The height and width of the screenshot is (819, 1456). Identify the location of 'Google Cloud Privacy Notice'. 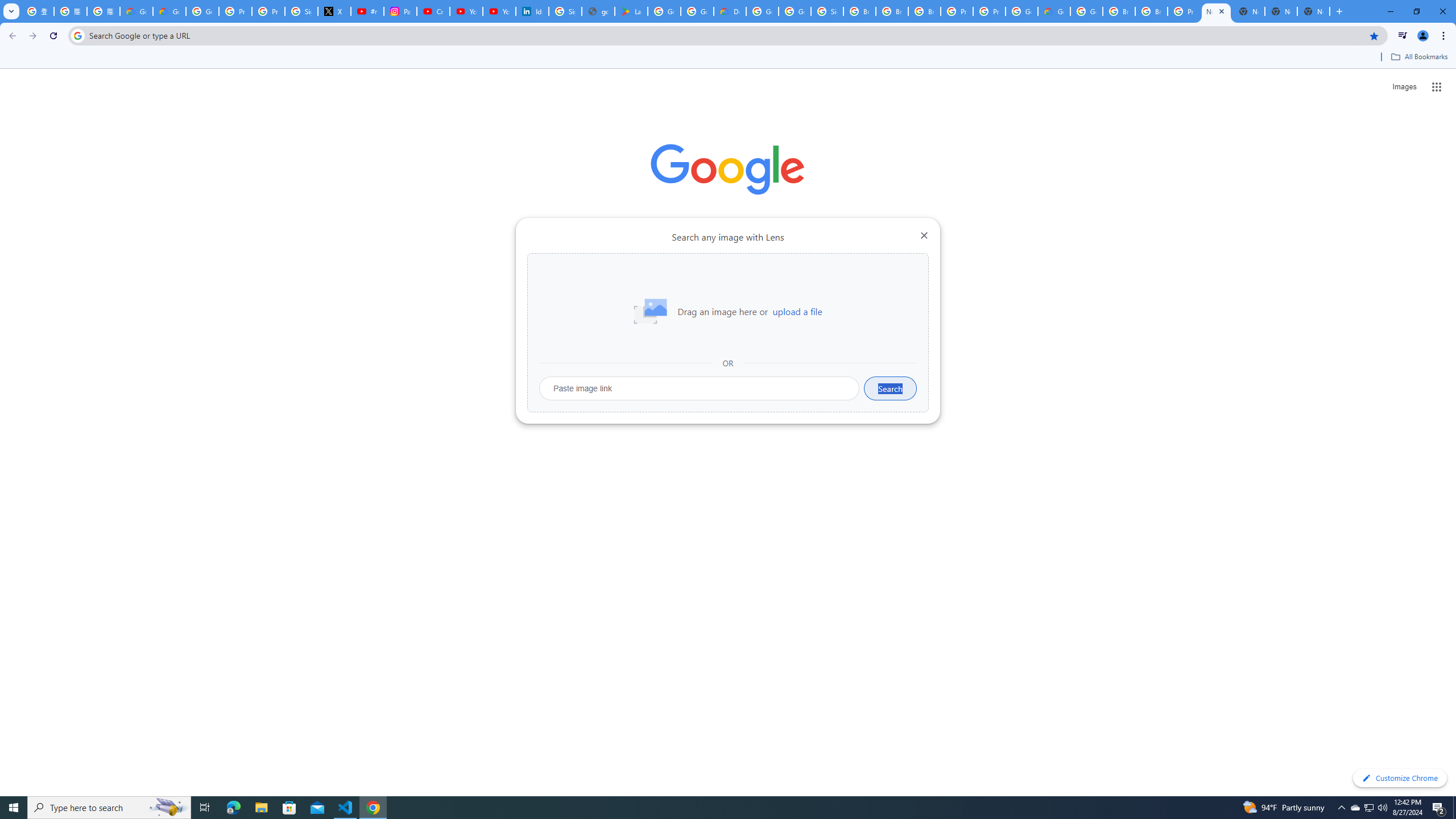
(136, 11).